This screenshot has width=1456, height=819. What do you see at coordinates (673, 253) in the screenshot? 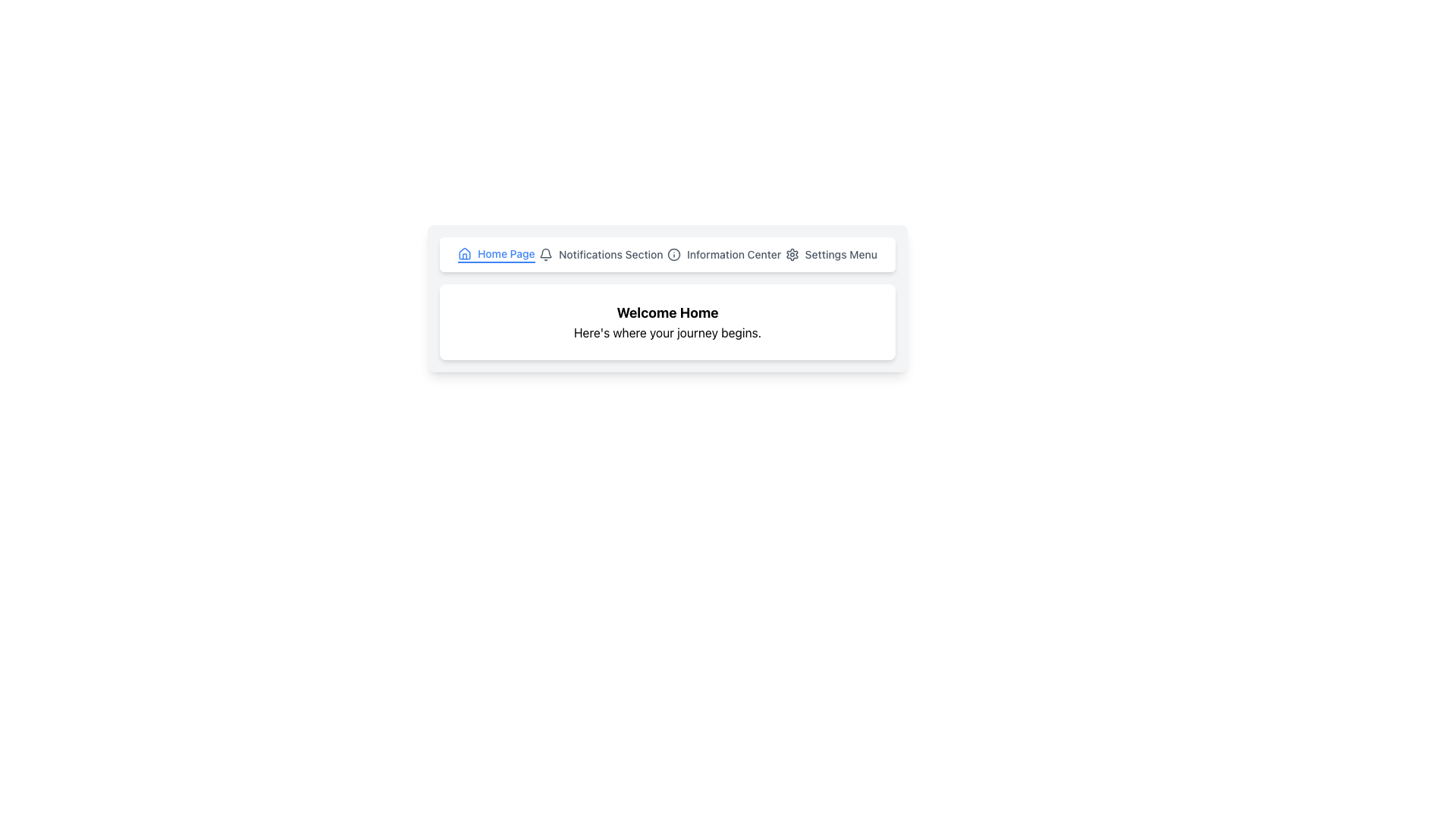
I see `the small circular information icon with a stylized 'i' symbol located in the navigation bar to the left of the 'Information Center' text for more information` at bounding box center [673, 253].